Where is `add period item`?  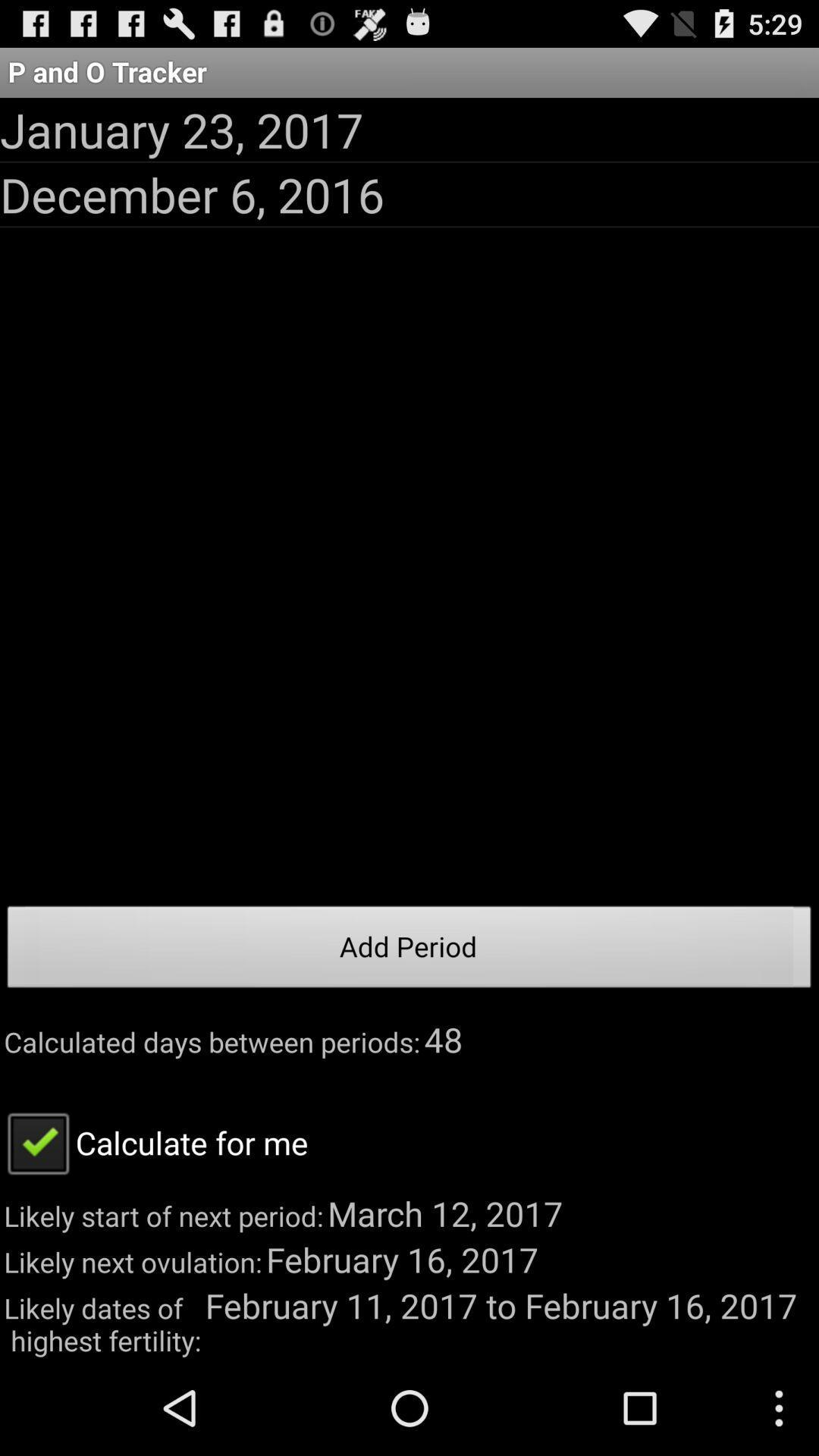
add period item is located at coordinates (409, 950).